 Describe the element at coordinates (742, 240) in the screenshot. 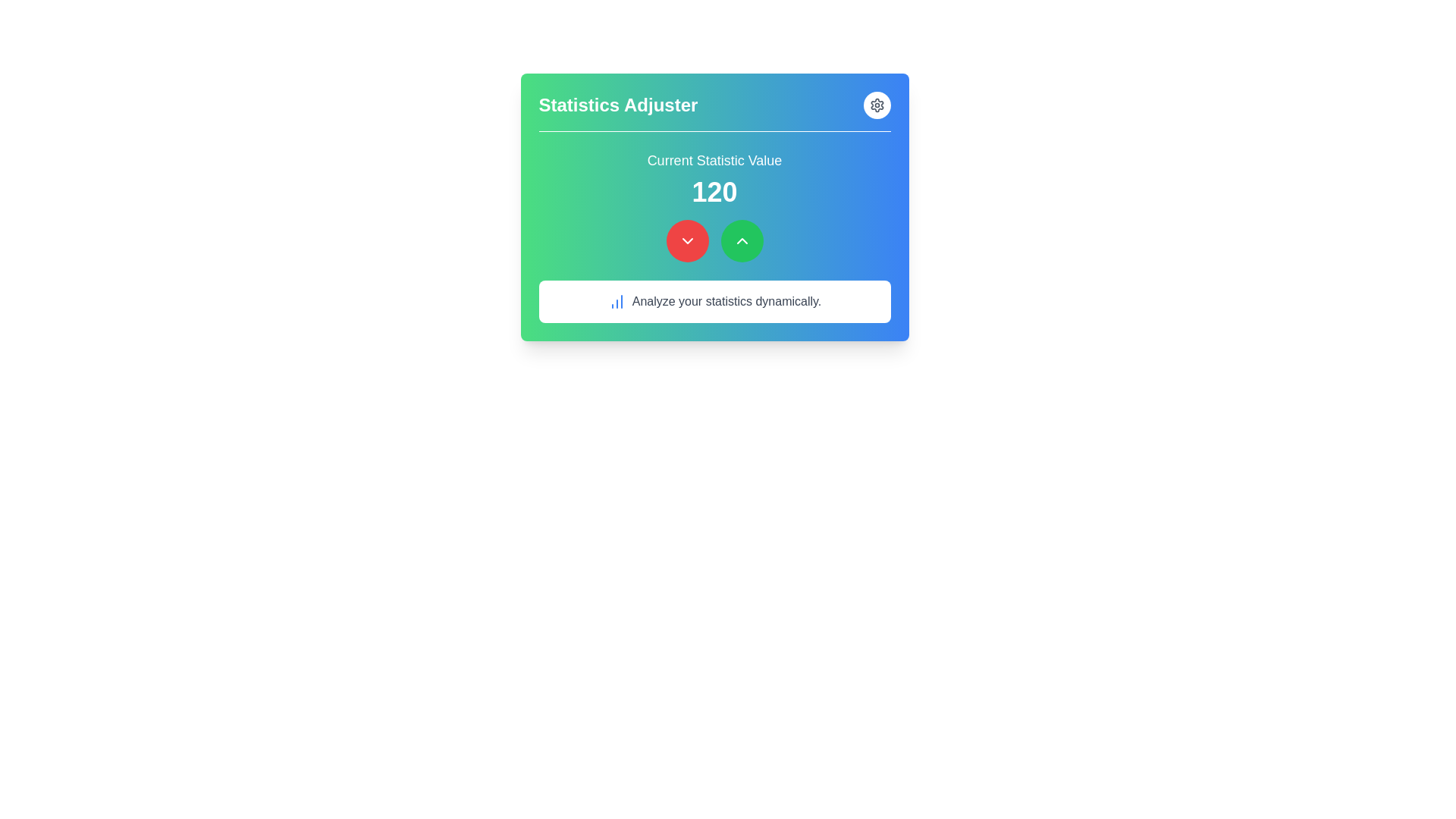

I see `the circular green button with an upward-facing chevron icon to increment the value` at that location.